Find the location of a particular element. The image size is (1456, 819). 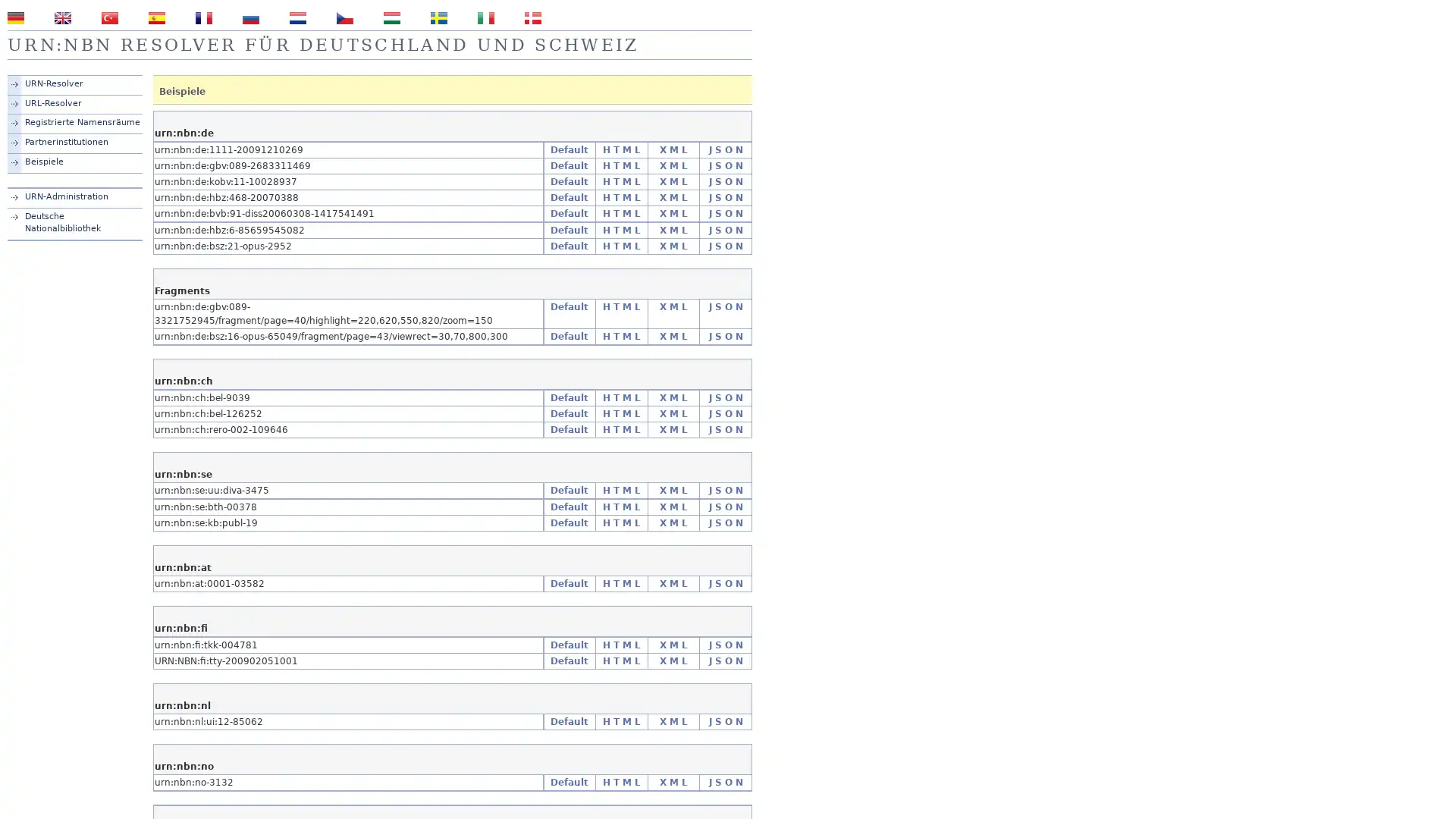

de is located at coordinates (15, 17).